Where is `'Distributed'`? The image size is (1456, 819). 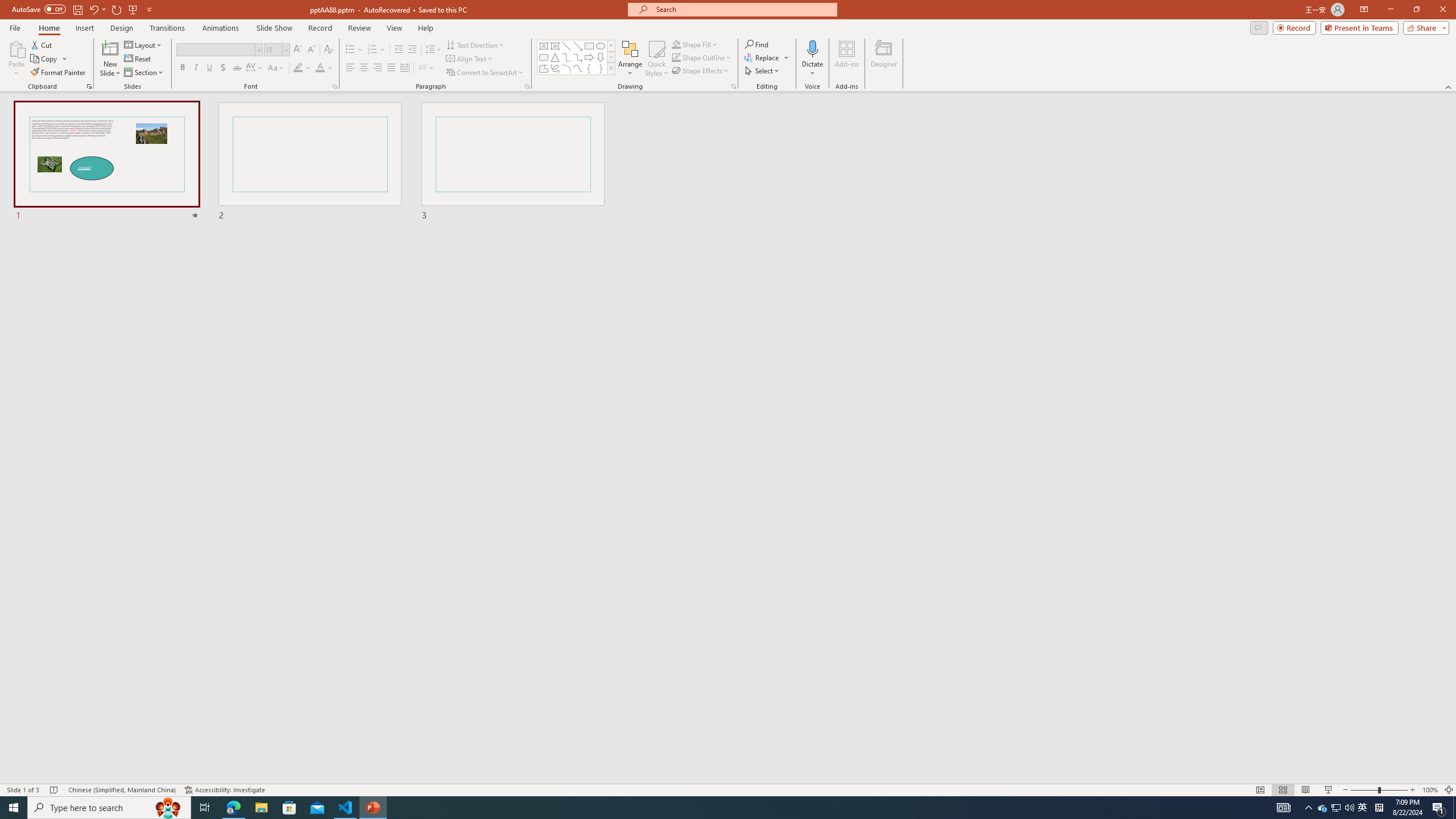 'Distributed' is located at coordinates (404, 67).